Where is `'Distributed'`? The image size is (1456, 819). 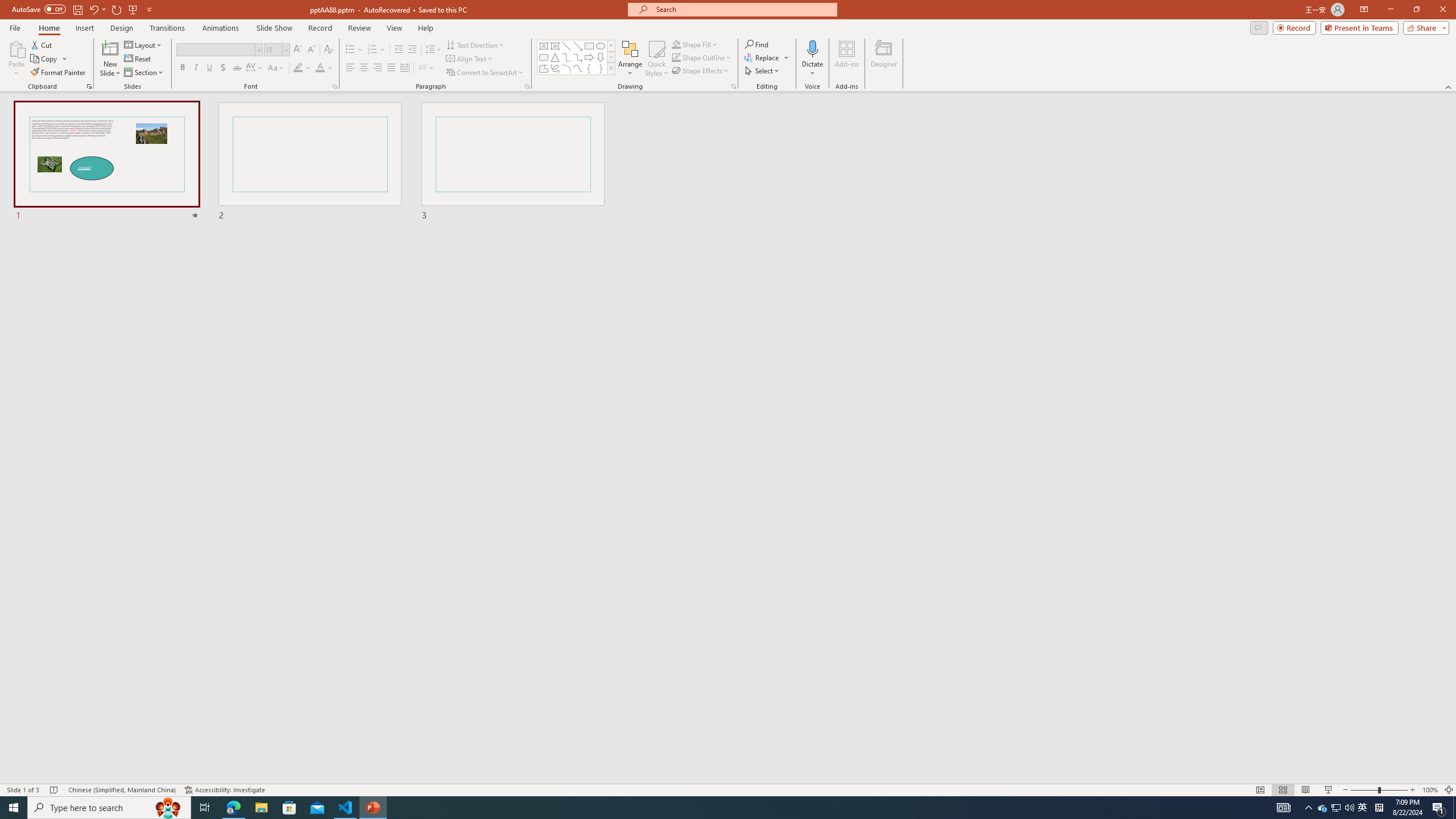 'Distributed' is located at coordinates (404, 67).